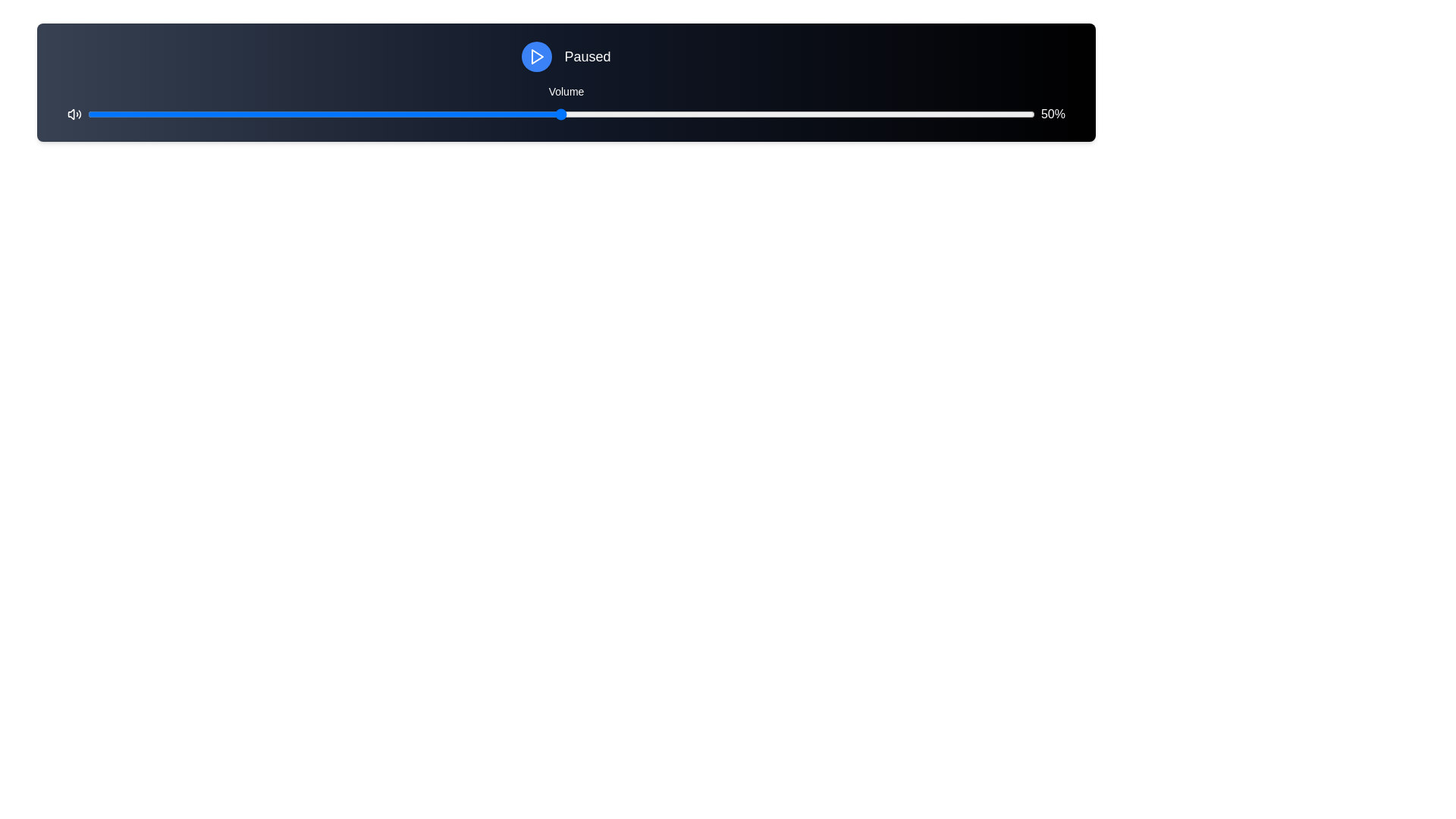  What do you see at coordinates (1051, 113) in the screenshot?
I see `the text label displaying '50%' in white, located at the rightmost end of the horizontal control bar to focus it` at bounding box center [1051, 113].